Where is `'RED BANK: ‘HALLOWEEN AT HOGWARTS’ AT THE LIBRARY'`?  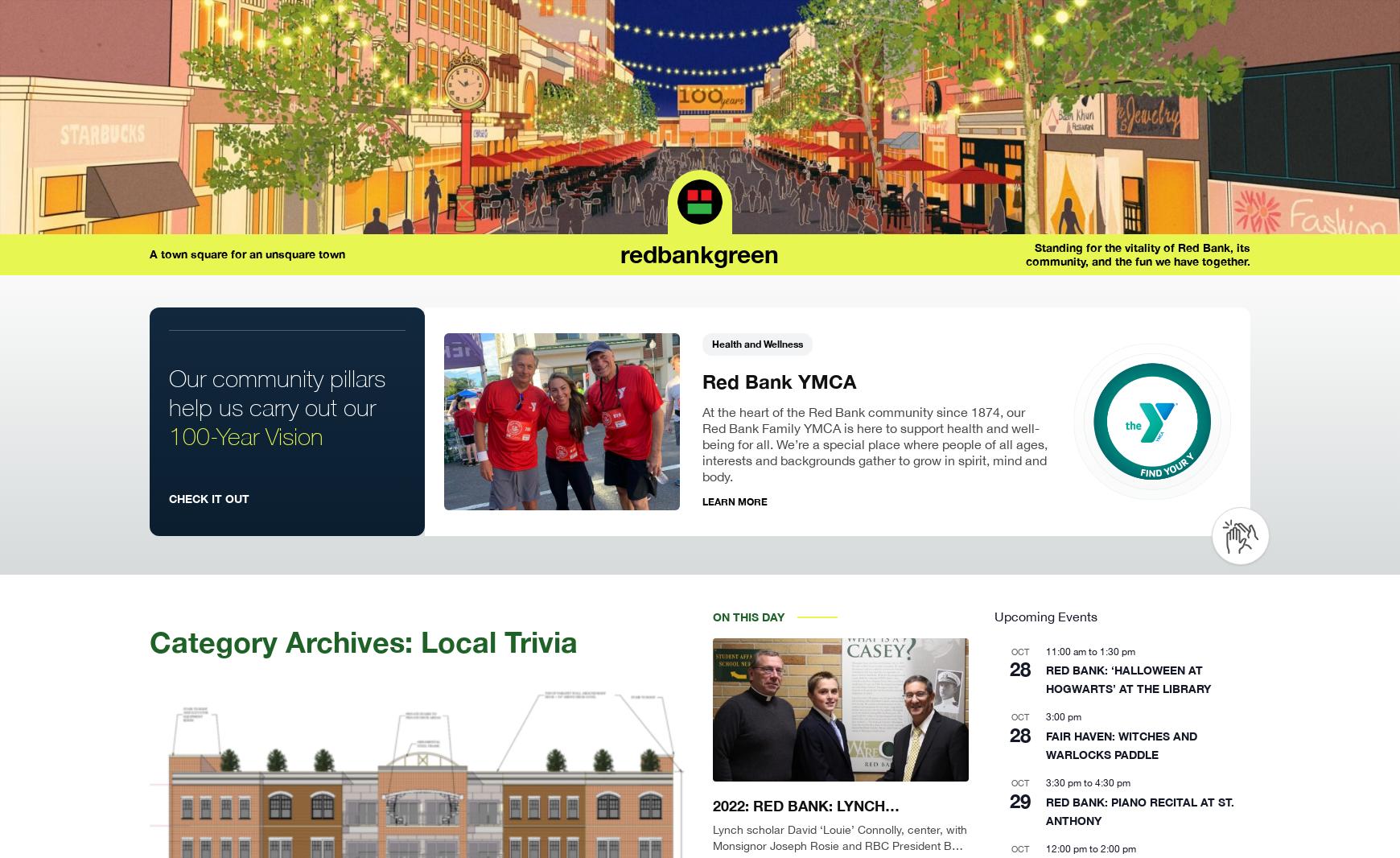
'RED BANK: ‘HALLOWEEN AT HOGWARTS’ AT THE LIBRARY' is located at coordinates (1127, 679).